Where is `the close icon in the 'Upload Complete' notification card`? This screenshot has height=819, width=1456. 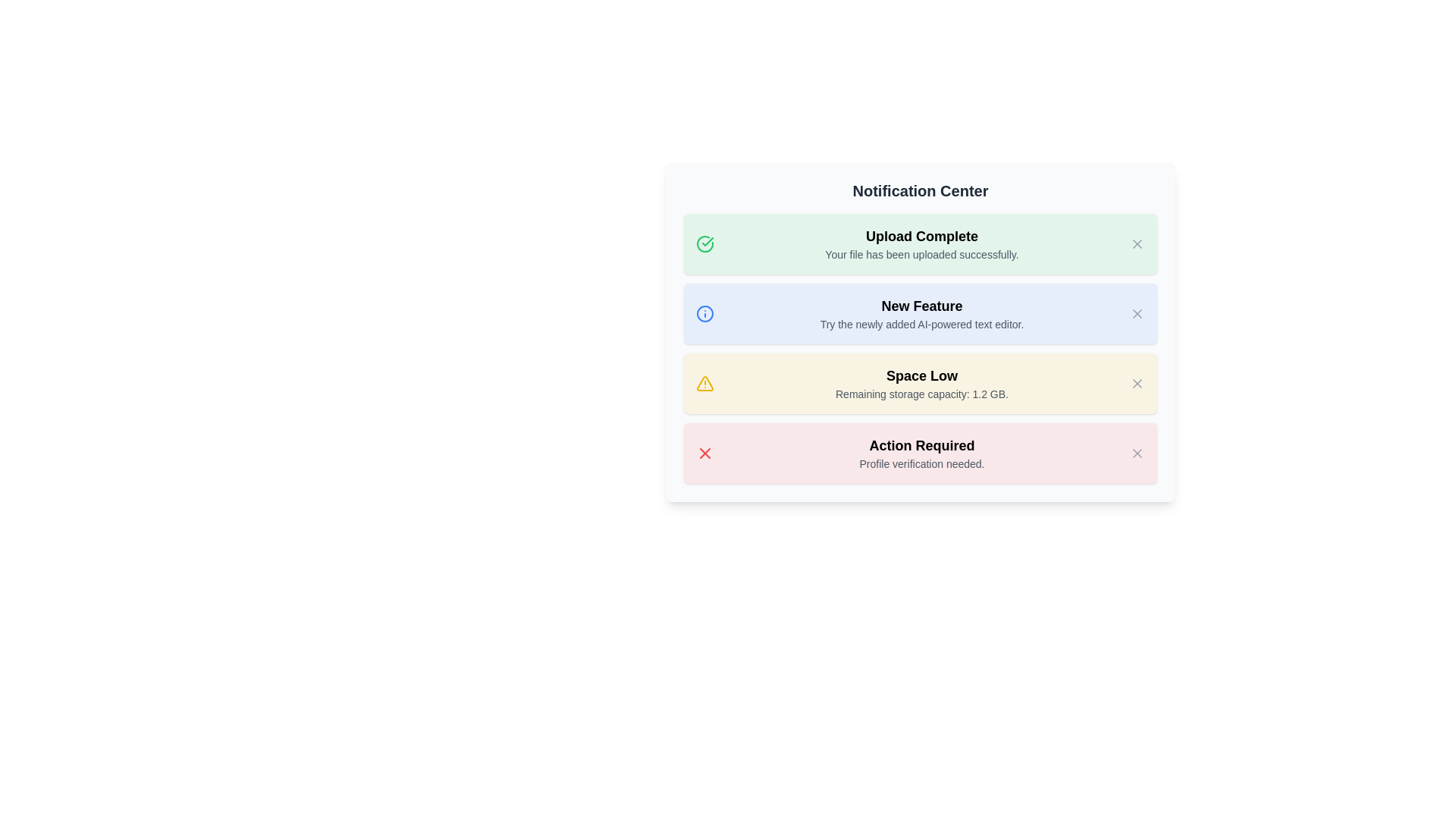 the close icon in the 'Upload Complete' notification card is located at coordinates (1137, 243).